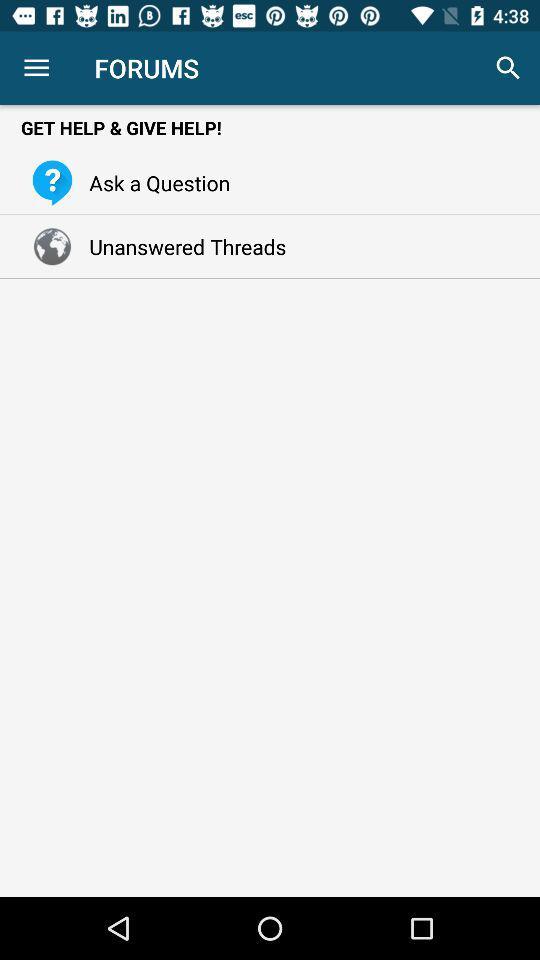 The image size is (540, 960). What do you see at coordinates (153, 182) in the screenshot?
I see `ask a question icon` at bounding box center [153, 182].